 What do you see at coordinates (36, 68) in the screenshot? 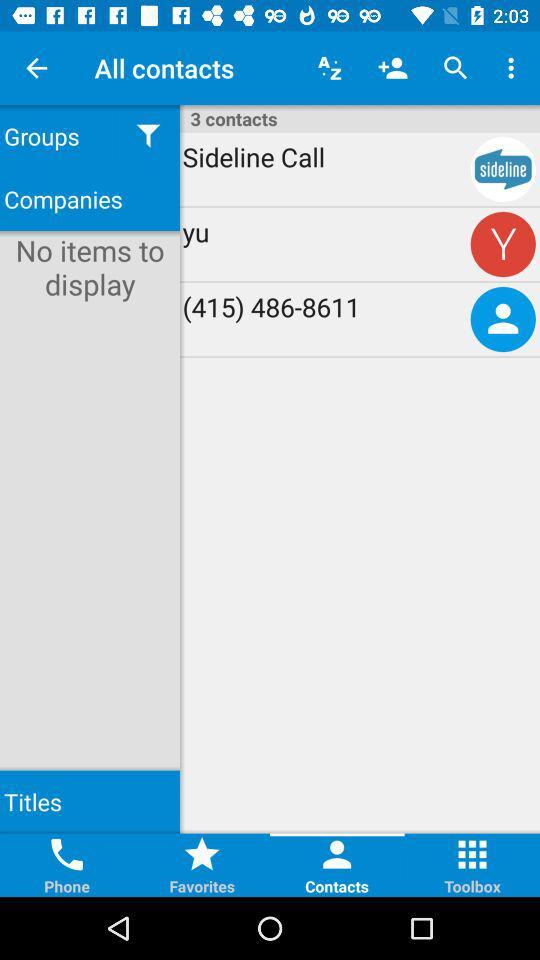
I see `icon to the left of all contacts item` at bounding box center [36, 68].